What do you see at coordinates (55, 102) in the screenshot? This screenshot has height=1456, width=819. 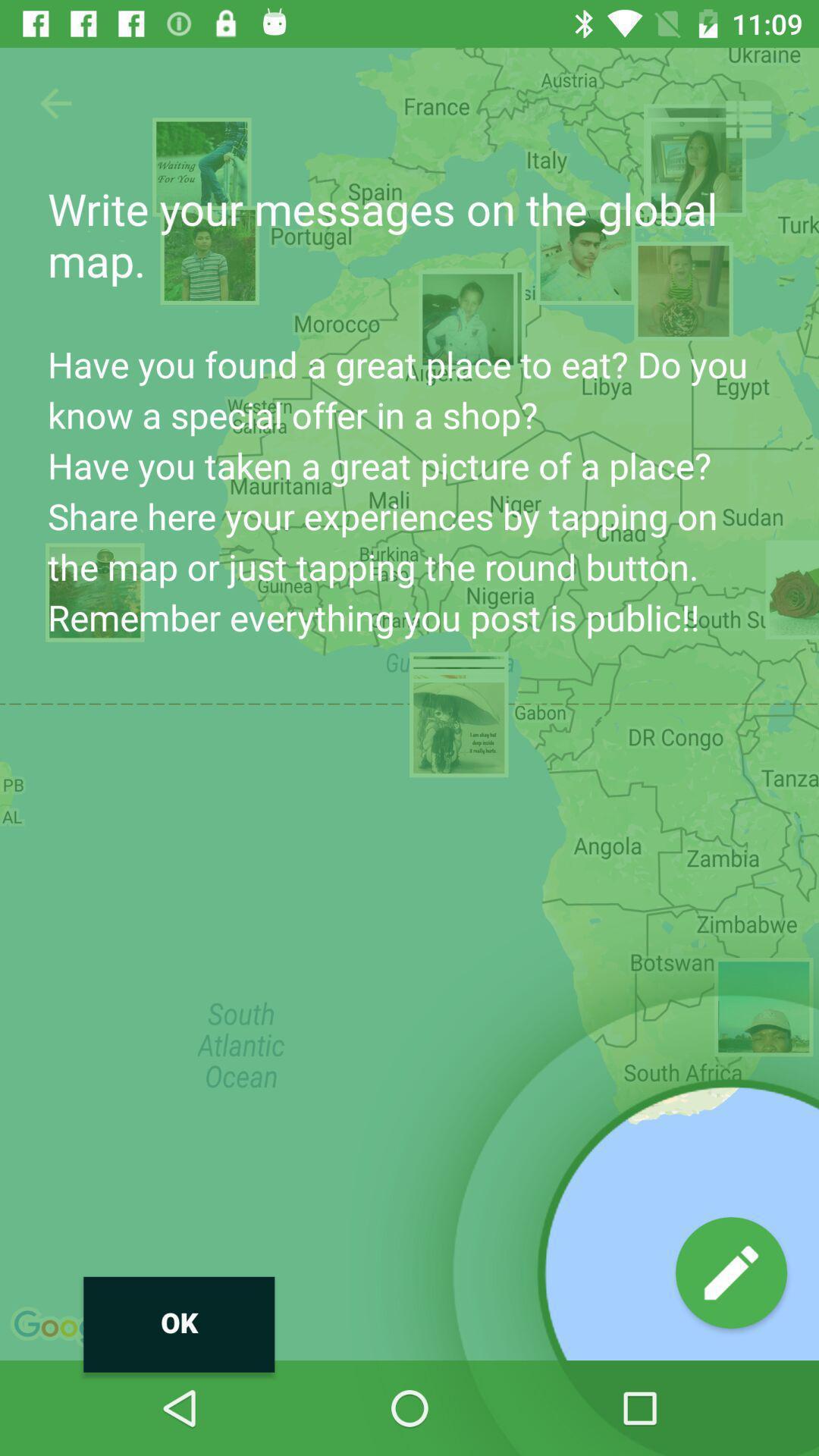 I see `go back` at bounding box center [55, 102].